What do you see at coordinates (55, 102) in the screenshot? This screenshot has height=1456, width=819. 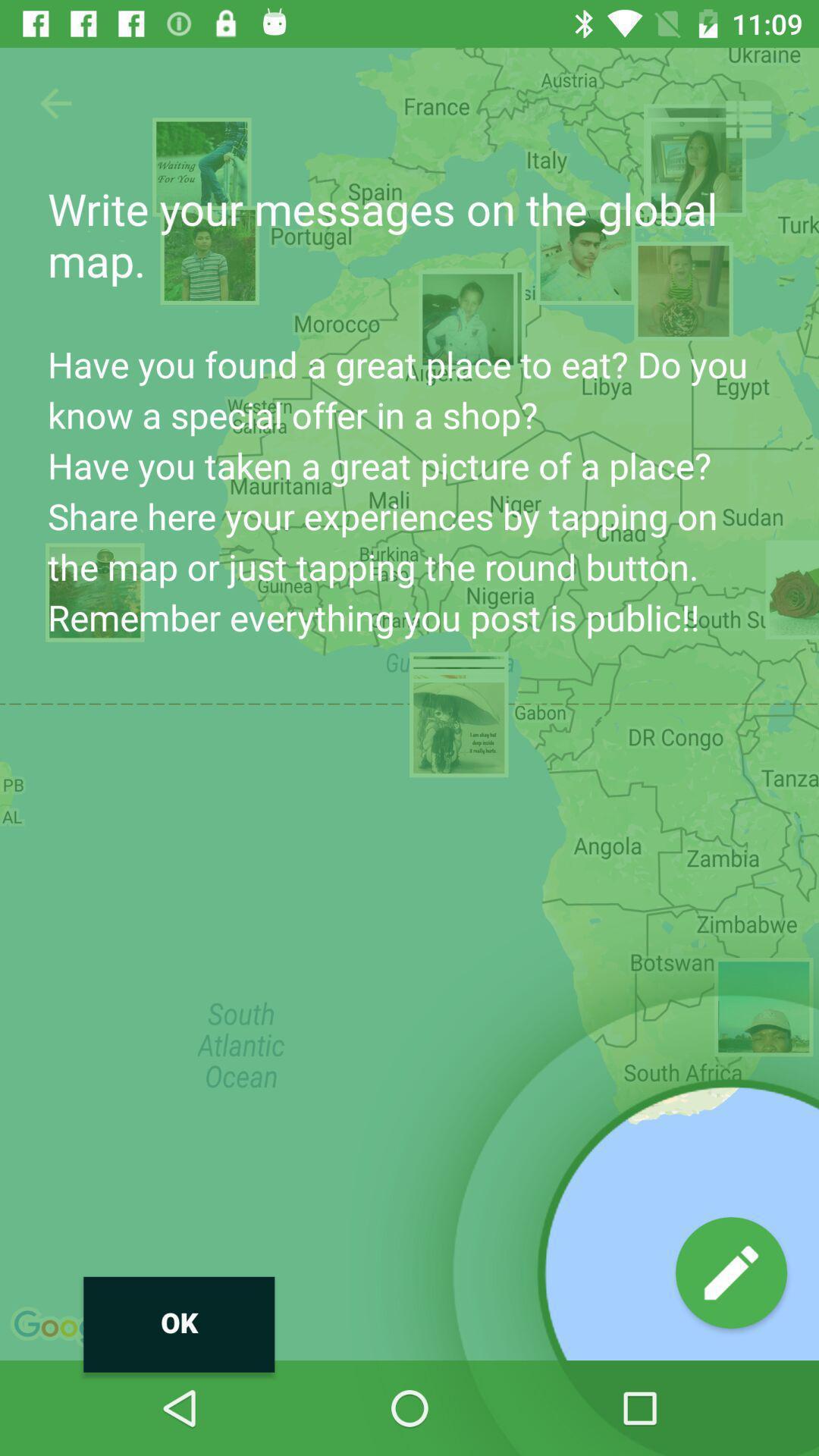 I see `go back` at bounding box center [55, 102].